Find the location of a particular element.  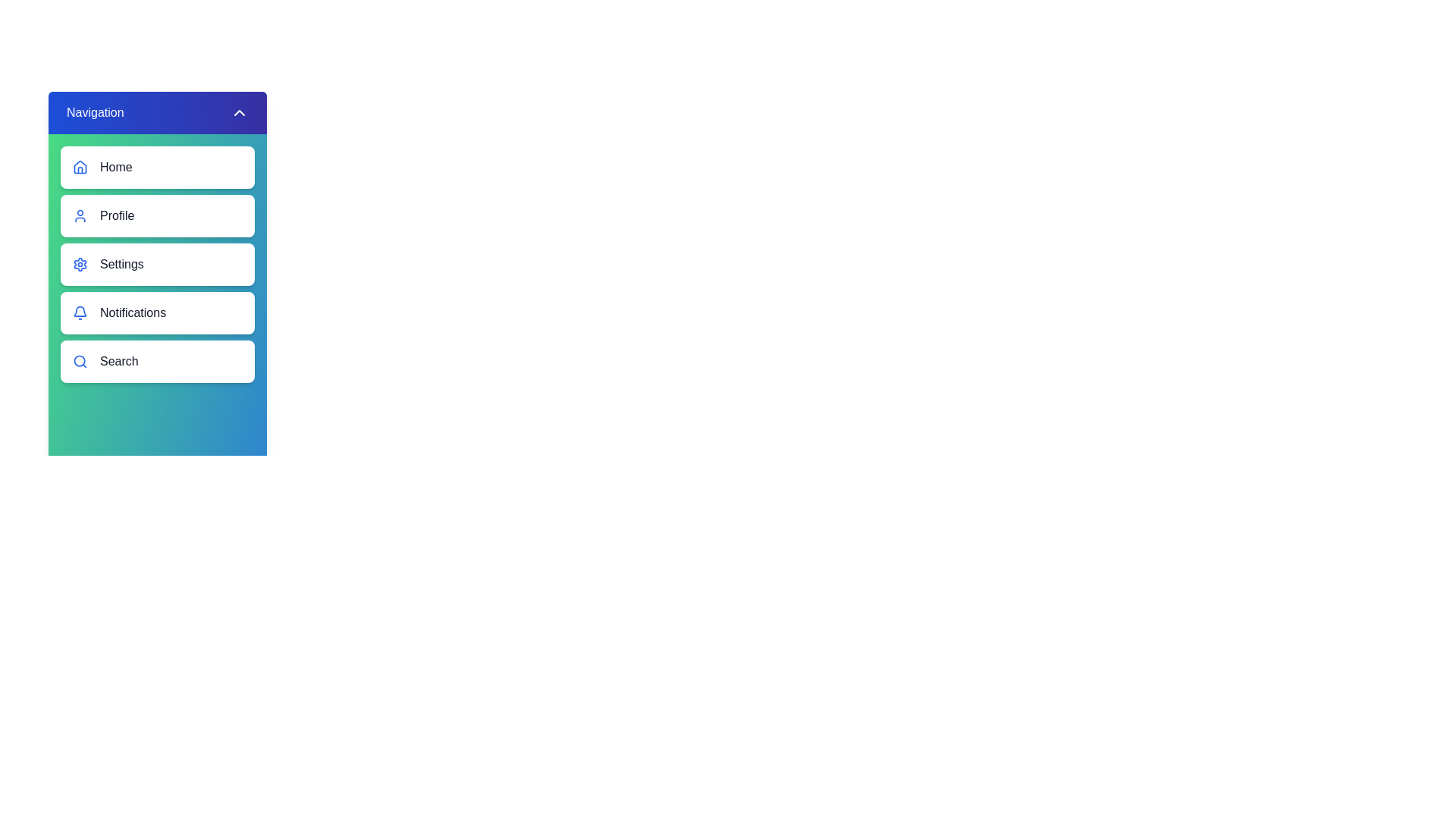

'Settings' label, which is the third item in the vertical navigation menu, to understand its purpose is located at coordinates (121, 263).